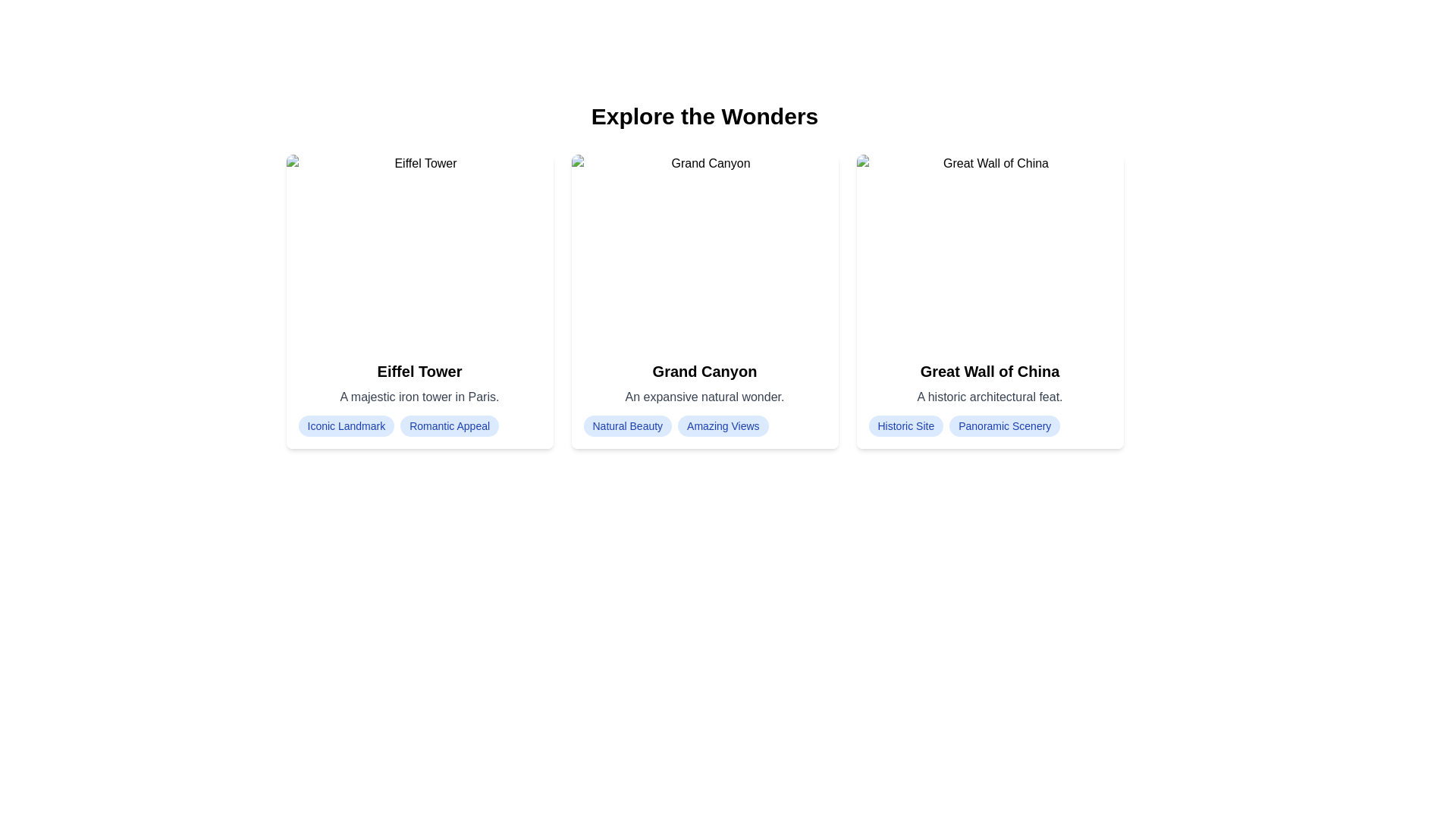 This screenshot has height=819, width=1456. What do you see at coordinates (990, 250) in the screenshot?
I see `the image of the Great Wall of China located in the third card titled 'Great Wall of China' to observe the scaling effect` at bounding box center [990, 250].